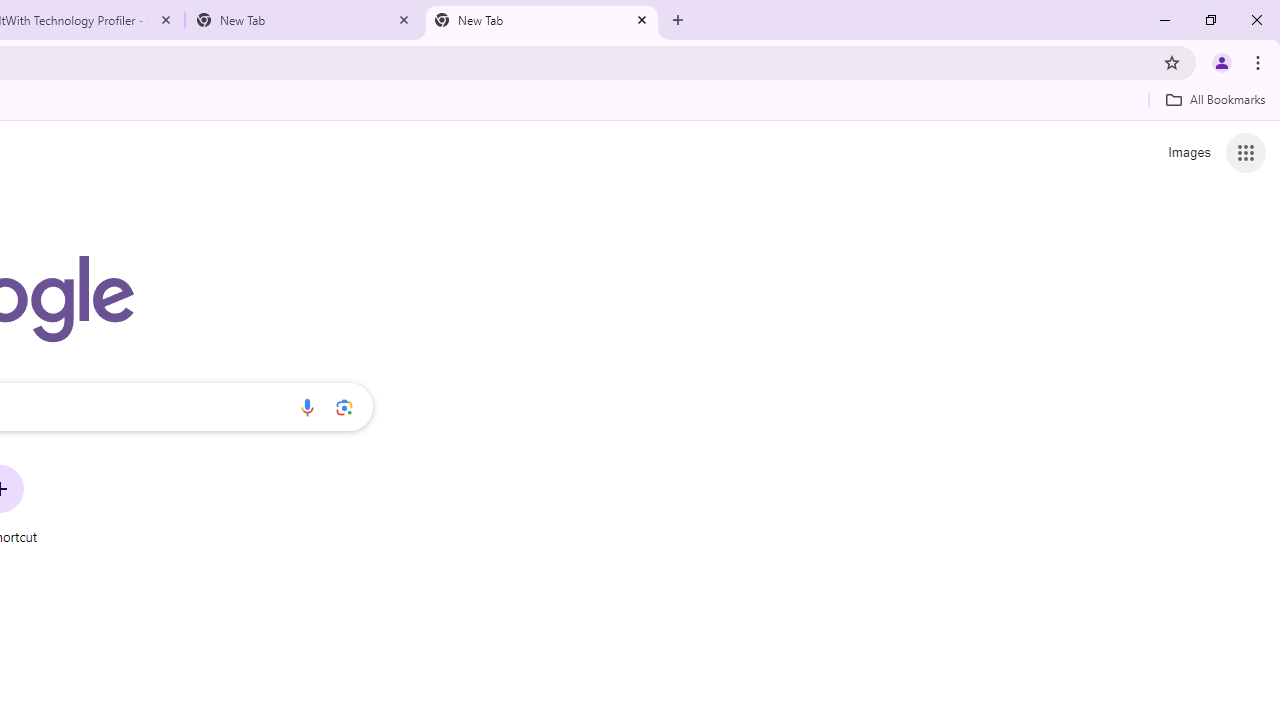 This screenshot has width=1280, height=720. I want to click on 'Search for Images ', so click(1189, 152).